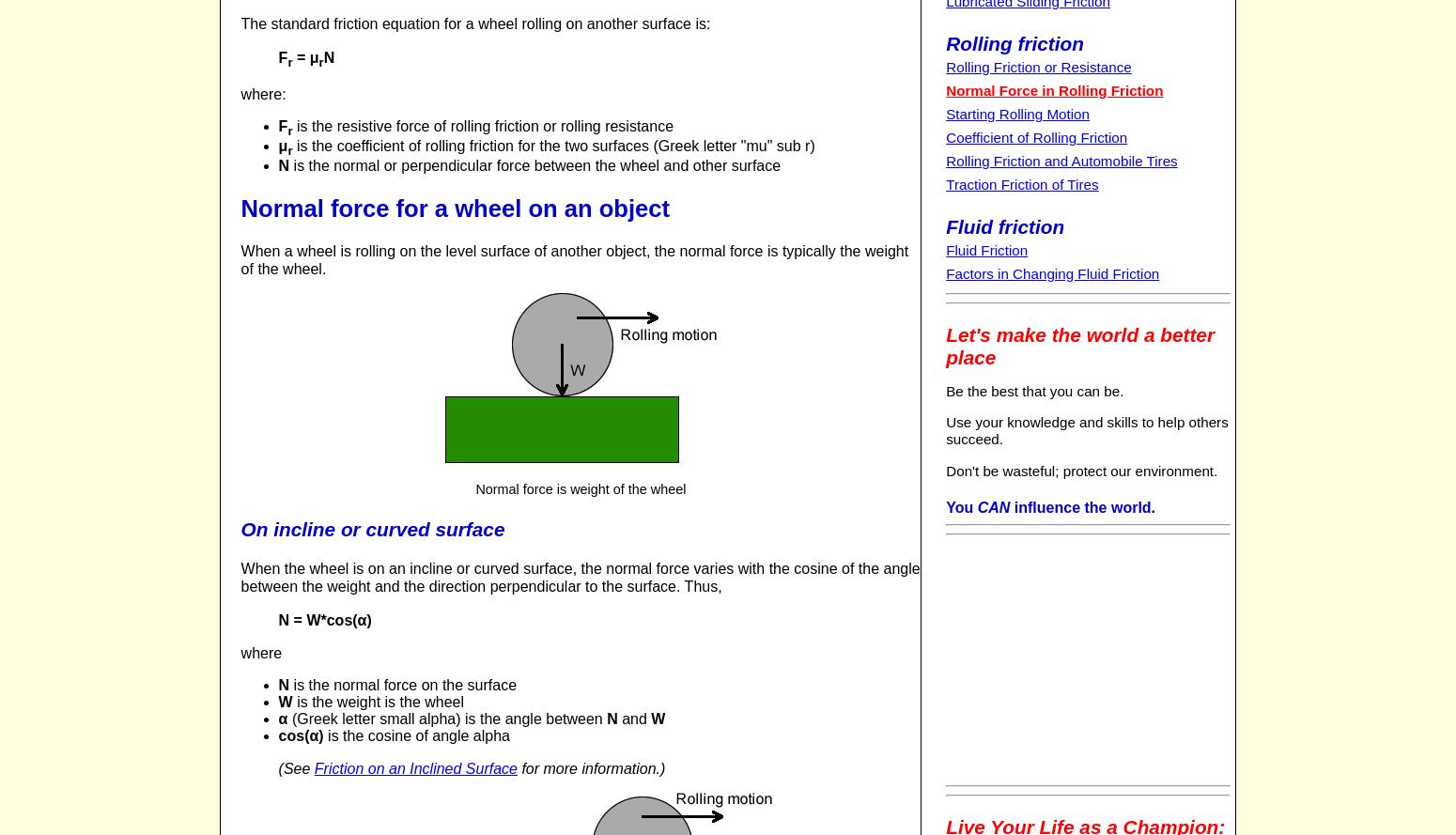  Describe the element at coordinates (415, 768) in the screenshot. I see `'Friction on an Inclined Surface'` at that location.